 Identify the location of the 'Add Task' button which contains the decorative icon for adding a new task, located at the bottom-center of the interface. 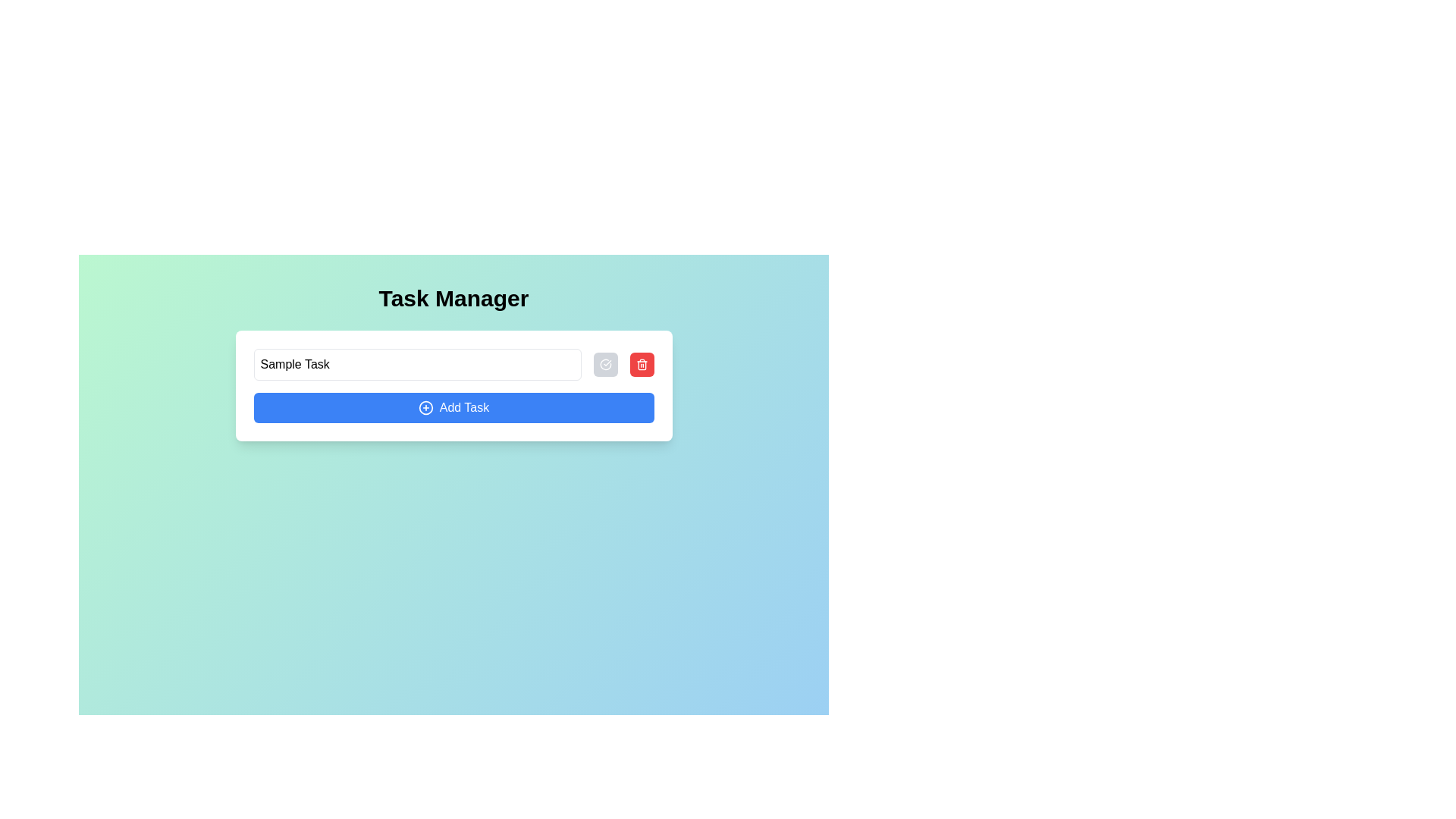
(425, 406).